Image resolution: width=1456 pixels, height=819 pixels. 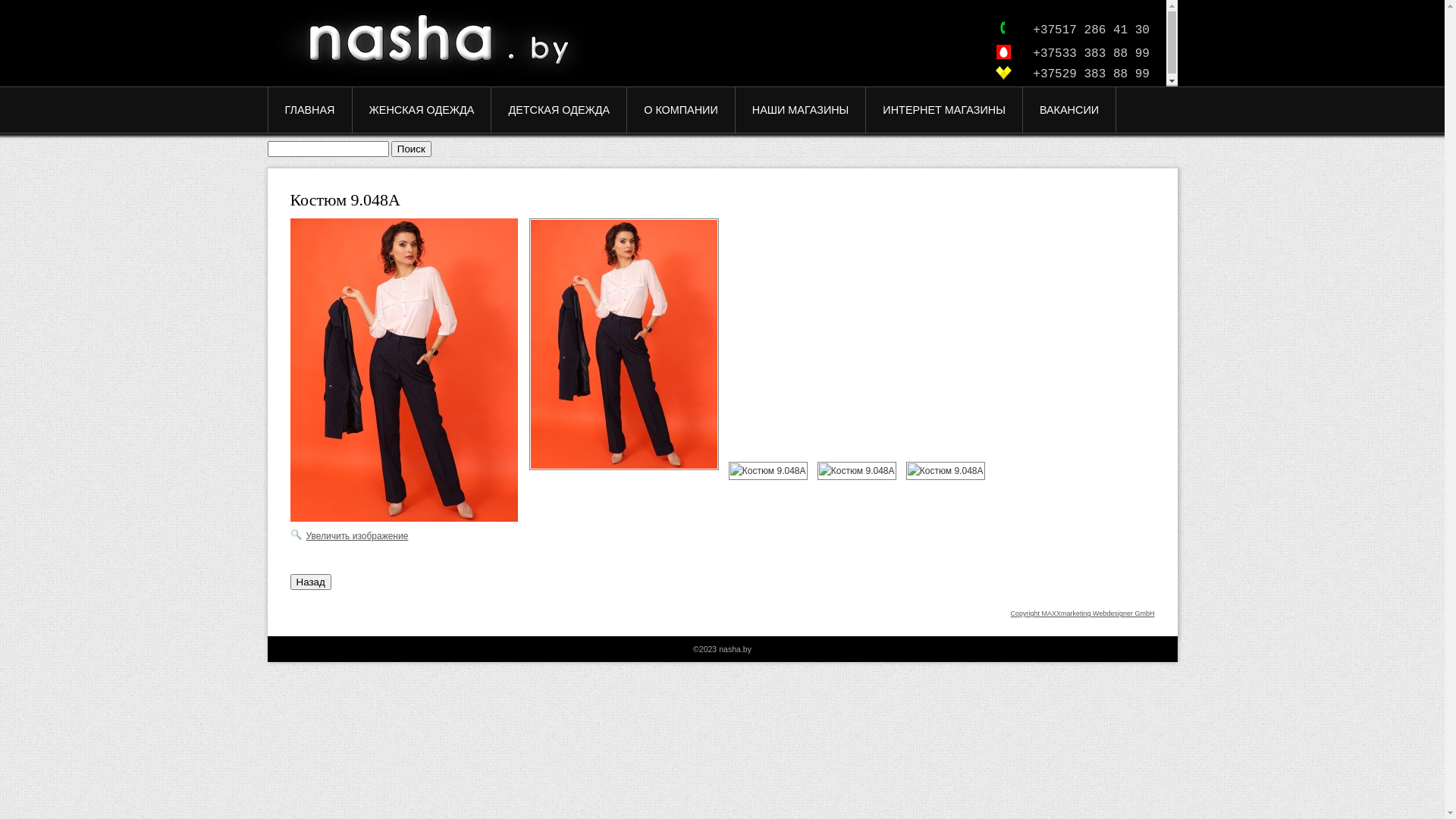 I want to click on 'Copyright MAXXmarketing Webdesigner GmbH', so click(x=1081, y=613).